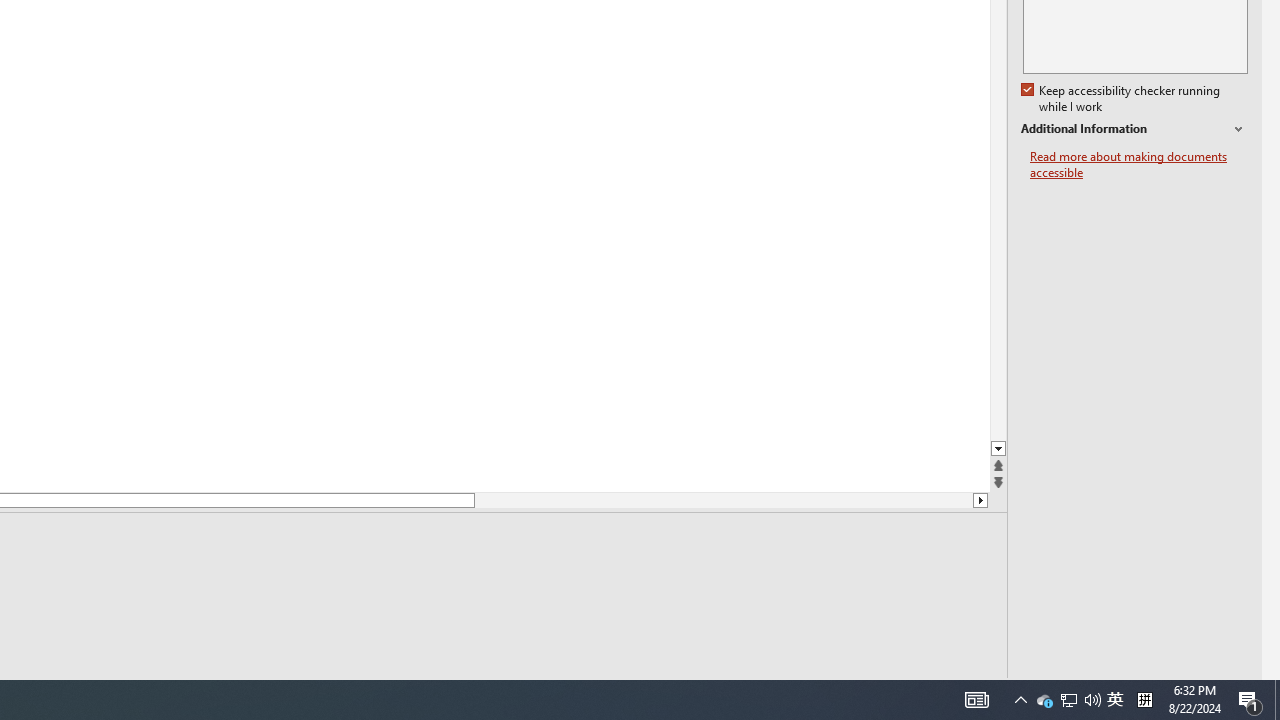 The height and width of the screenshot is (720, 1280). Describe the element at coordinates (1276, 698) in the screenshot. I see `'Show desktop'` at that location.